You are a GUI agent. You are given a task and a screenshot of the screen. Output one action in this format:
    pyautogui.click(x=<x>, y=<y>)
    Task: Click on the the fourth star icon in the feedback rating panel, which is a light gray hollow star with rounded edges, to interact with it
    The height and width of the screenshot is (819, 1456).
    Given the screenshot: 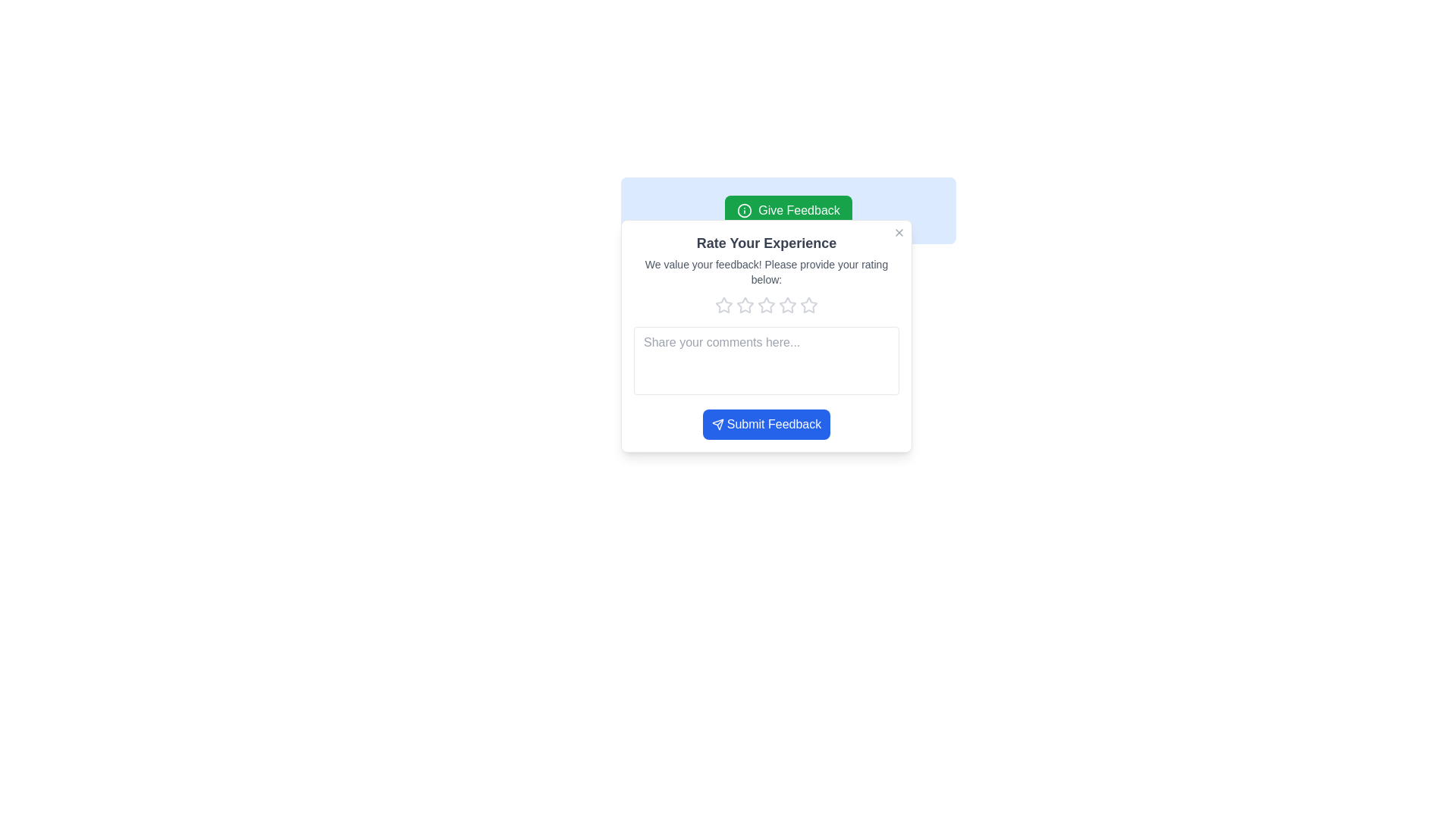 What is the action you would take?
    pyautogui.click(x=767, y=305)
    